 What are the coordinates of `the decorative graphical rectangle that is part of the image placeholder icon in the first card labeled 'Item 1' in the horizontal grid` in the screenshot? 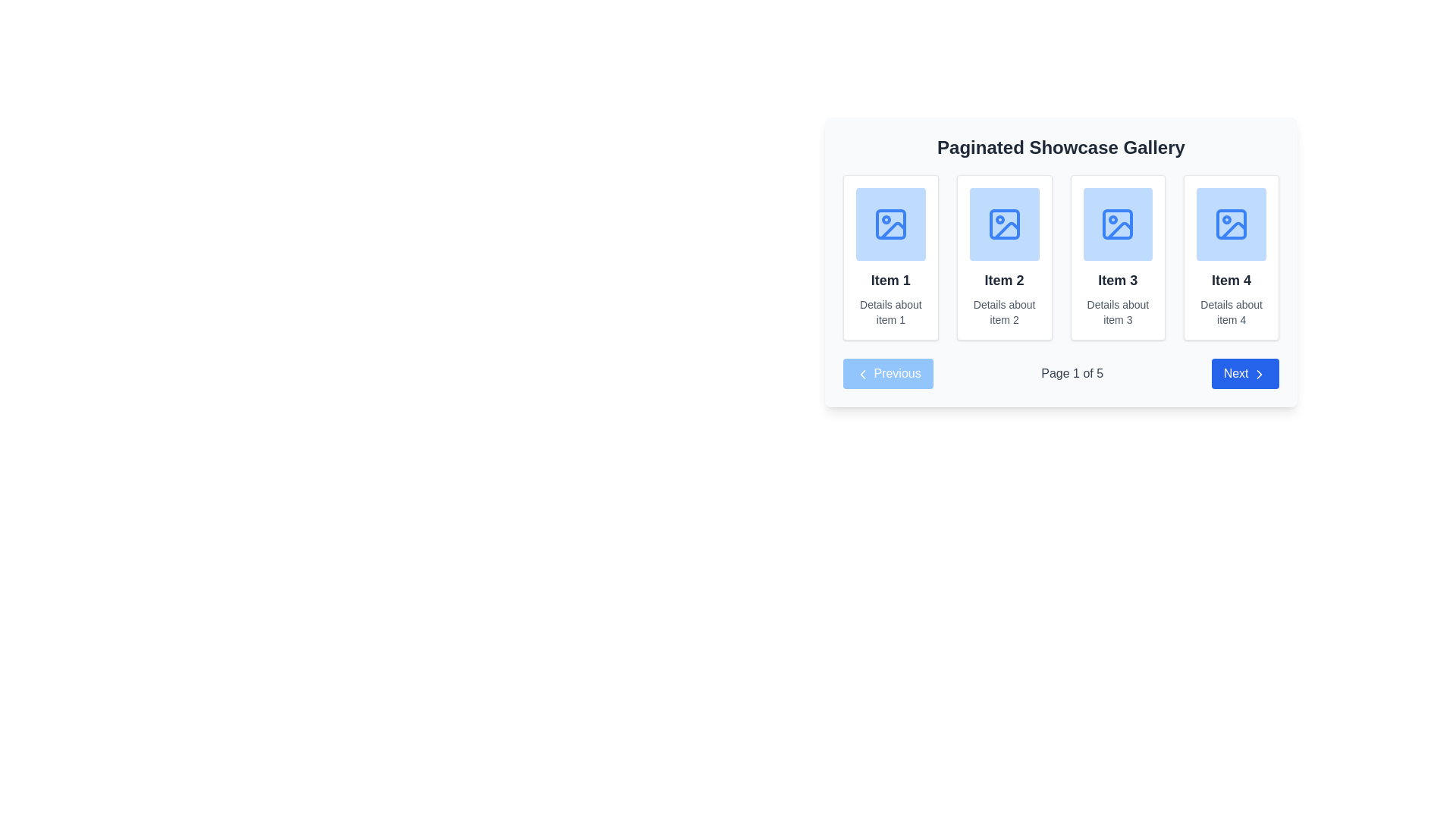 It's located at (890, 224).